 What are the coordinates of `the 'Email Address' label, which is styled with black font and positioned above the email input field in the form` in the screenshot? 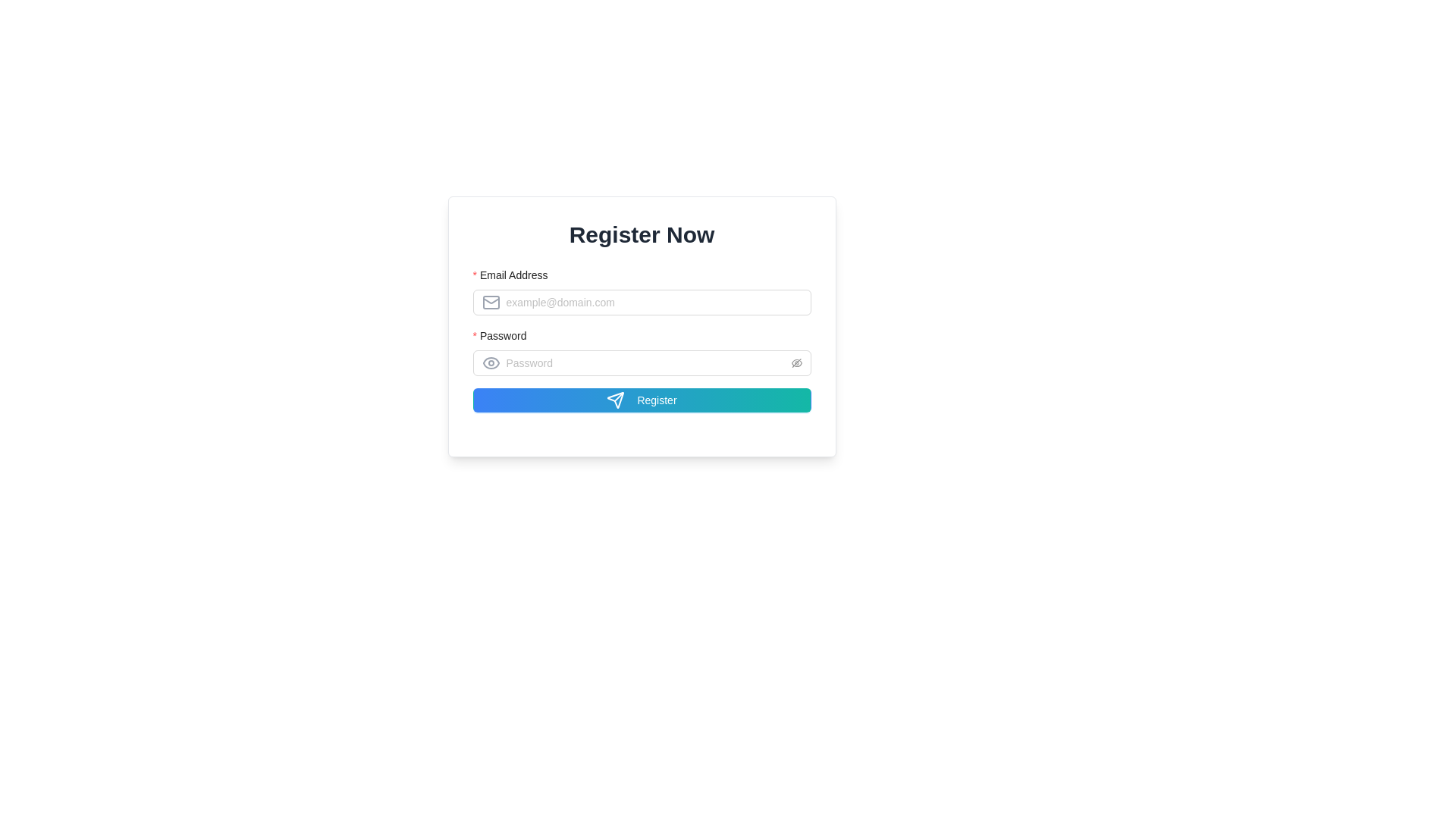 It's located at (515, 275).